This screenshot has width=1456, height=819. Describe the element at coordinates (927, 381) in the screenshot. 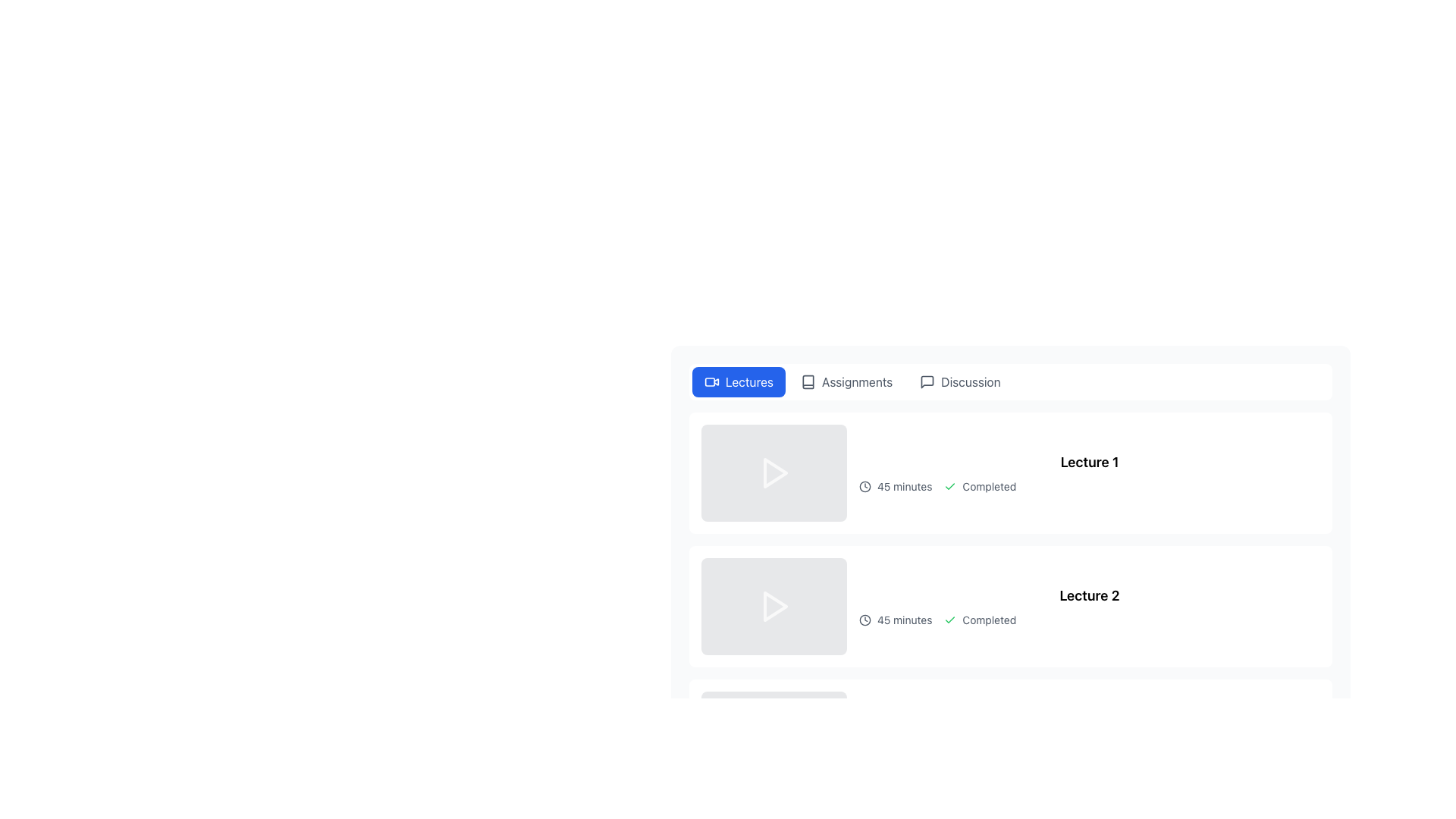

I see `the message square icon` at that location.